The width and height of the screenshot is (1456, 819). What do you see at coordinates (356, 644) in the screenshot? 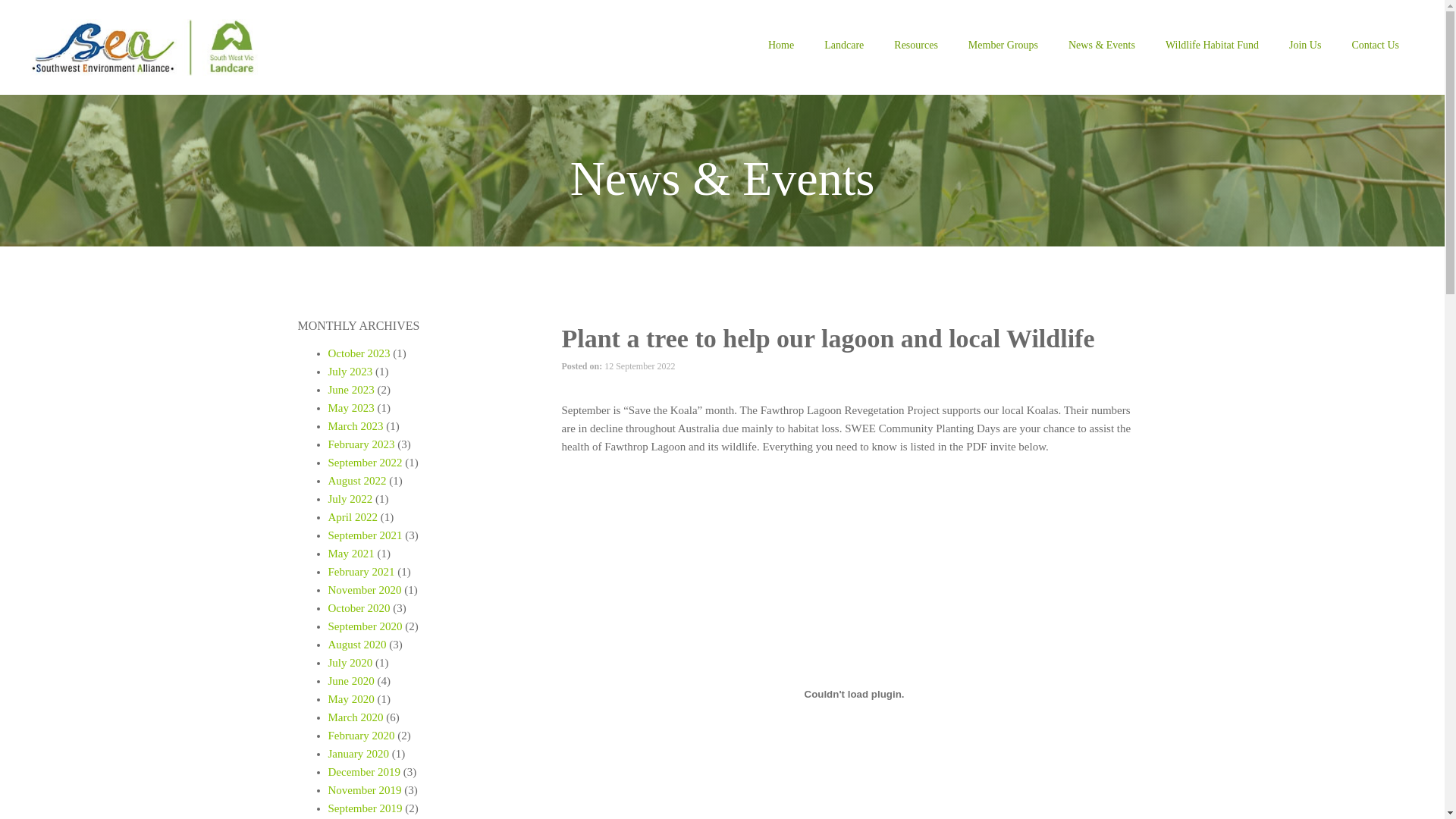
I see `'August 2020'` at bounding box center [356, 644].